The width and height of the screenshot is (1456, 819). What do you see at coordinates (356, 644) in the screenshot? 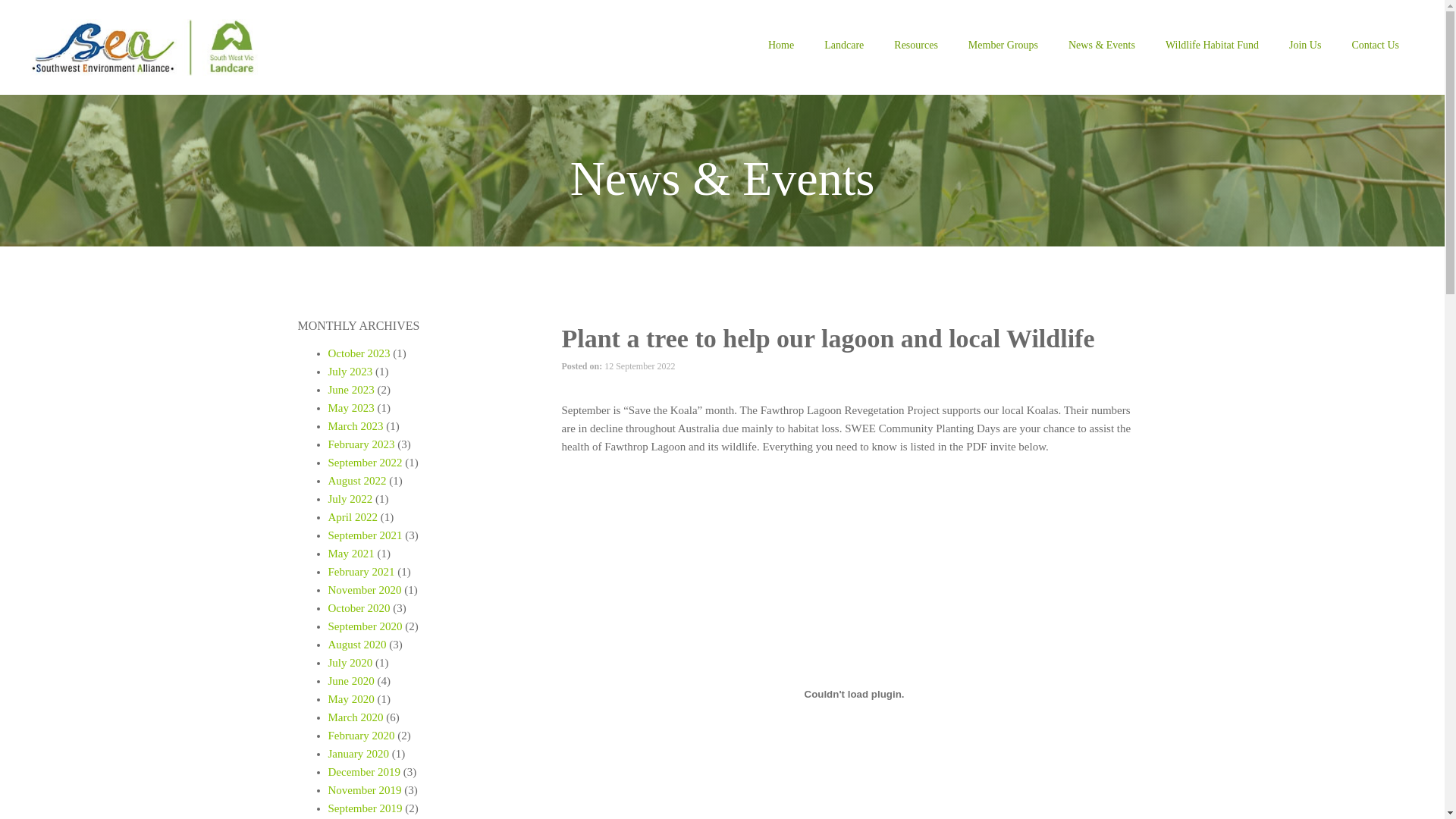
I see `'August 2020'` at bounding box center [356, 644].